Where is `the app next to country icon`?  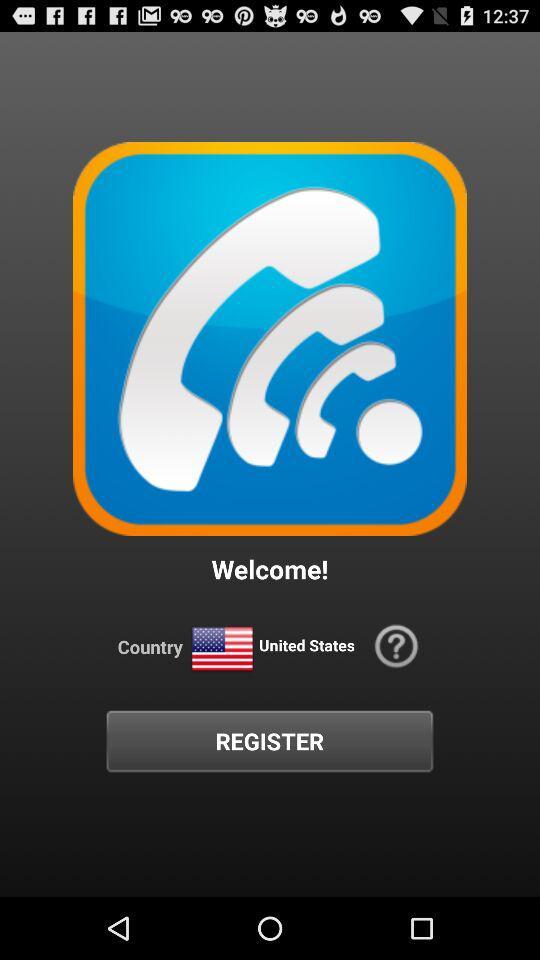 the app next to country icon is located at coordinates (221, 648).